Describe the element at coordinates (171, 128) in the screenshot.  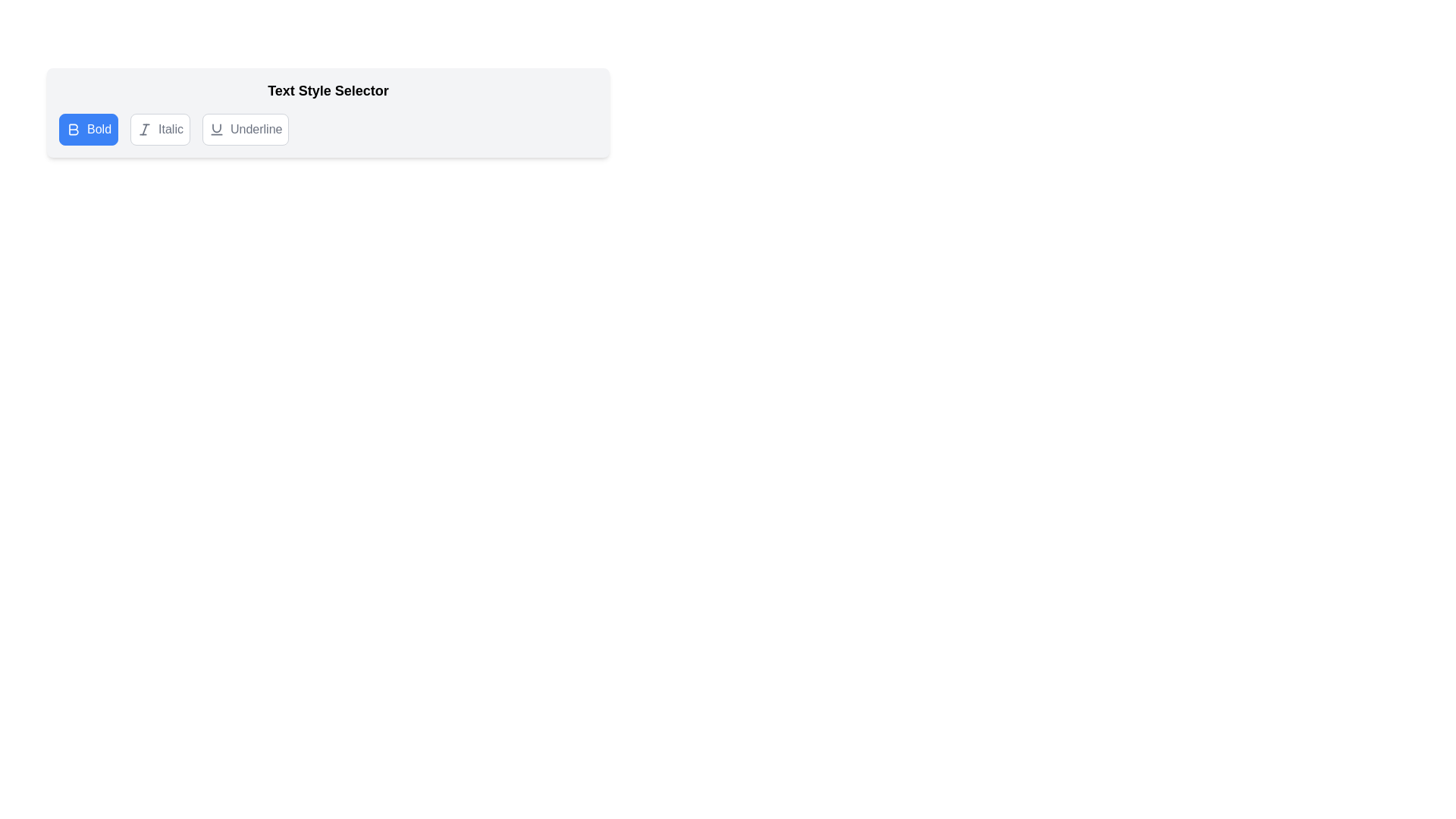
I see `the 'italic' text label styled as a button, which is the second button in a group of three buttons` at that location.